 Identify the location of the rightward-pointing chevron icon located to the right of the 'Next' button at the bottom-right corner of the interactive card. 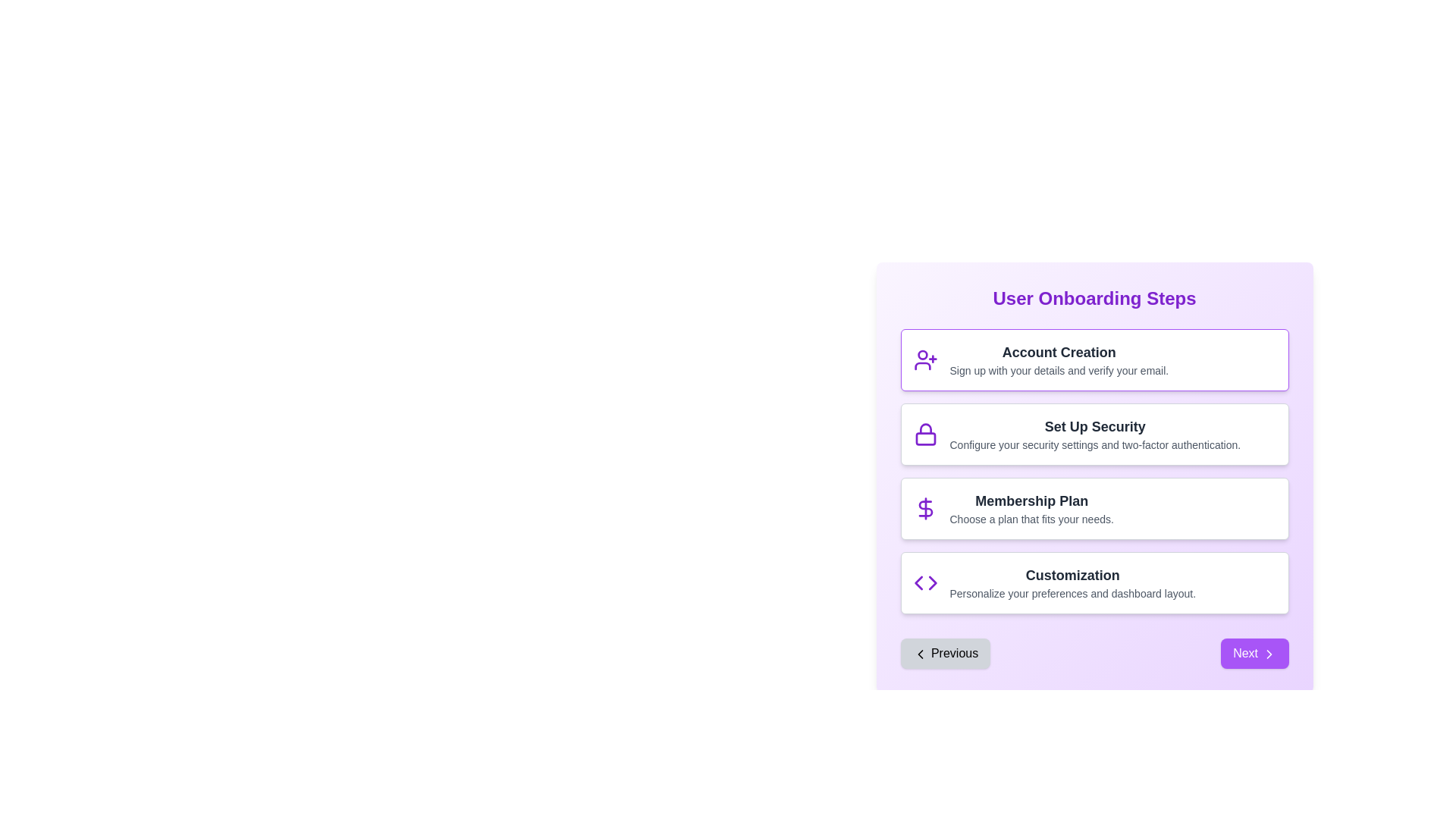
(1269, 653).